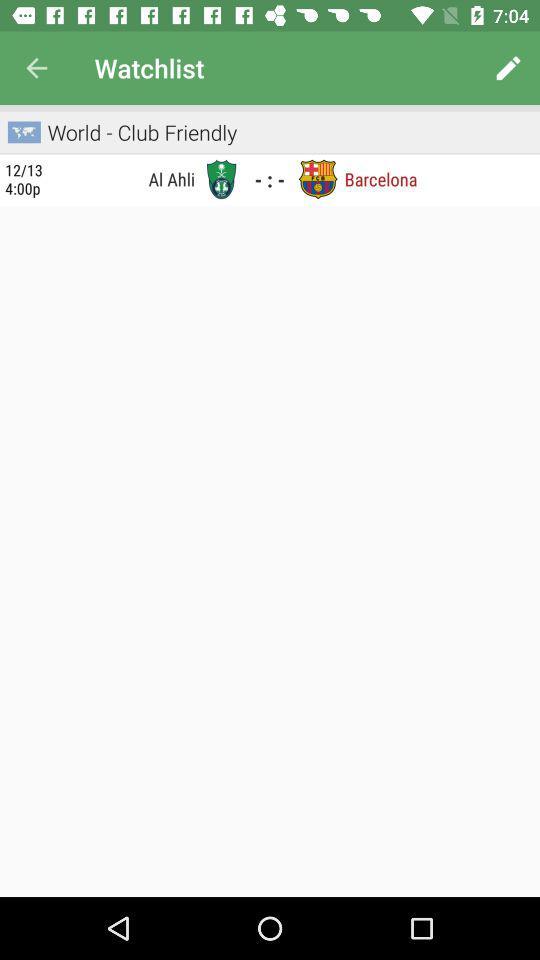 The width and height of the screenshot is (540, 960). What do you see at coordinates (125, 178) in the screenshot?
I see `the icon next to the 12 13 4 icon` at bounding box center [125, 178].